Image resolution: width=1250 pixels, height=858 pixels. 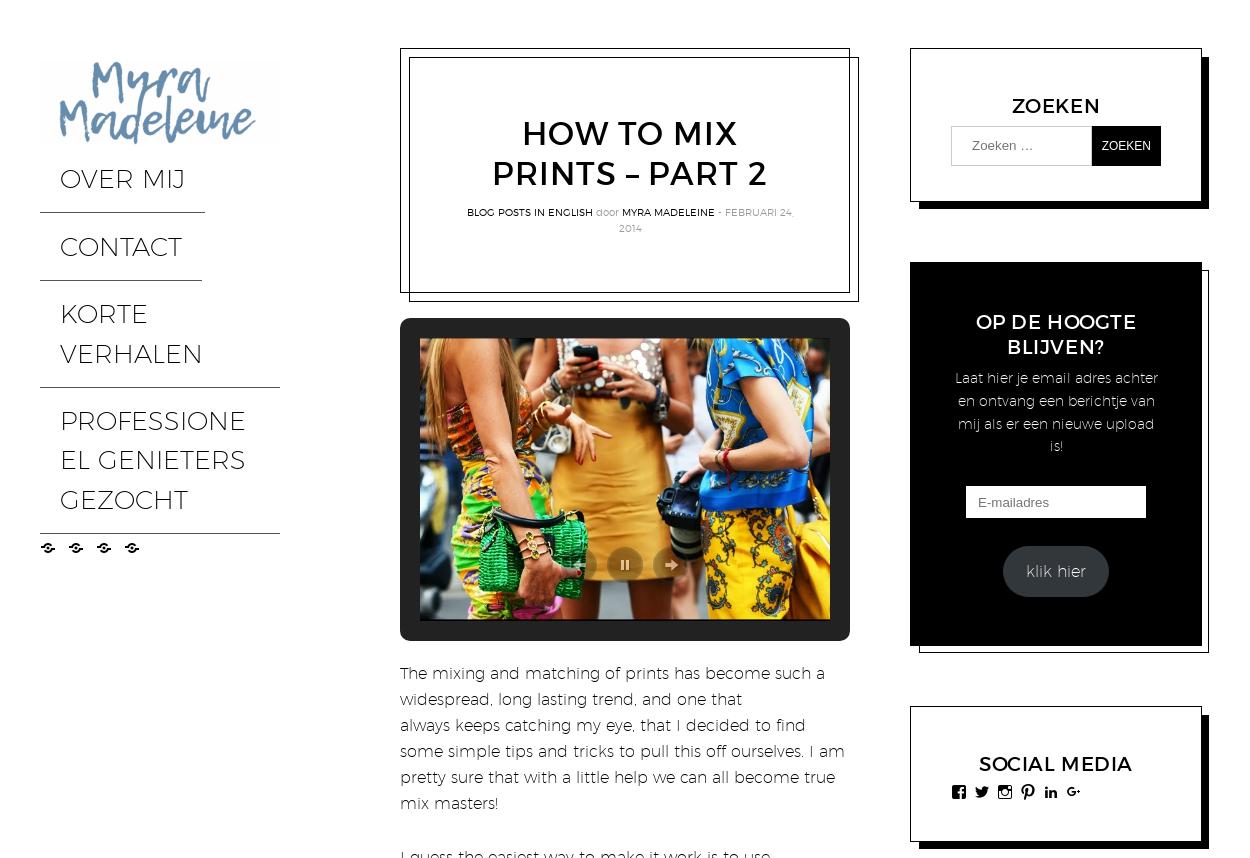 I want to click on 'PROFESSIONEEL GENIETERS GEZOCHT', so click(x=139, y=276).